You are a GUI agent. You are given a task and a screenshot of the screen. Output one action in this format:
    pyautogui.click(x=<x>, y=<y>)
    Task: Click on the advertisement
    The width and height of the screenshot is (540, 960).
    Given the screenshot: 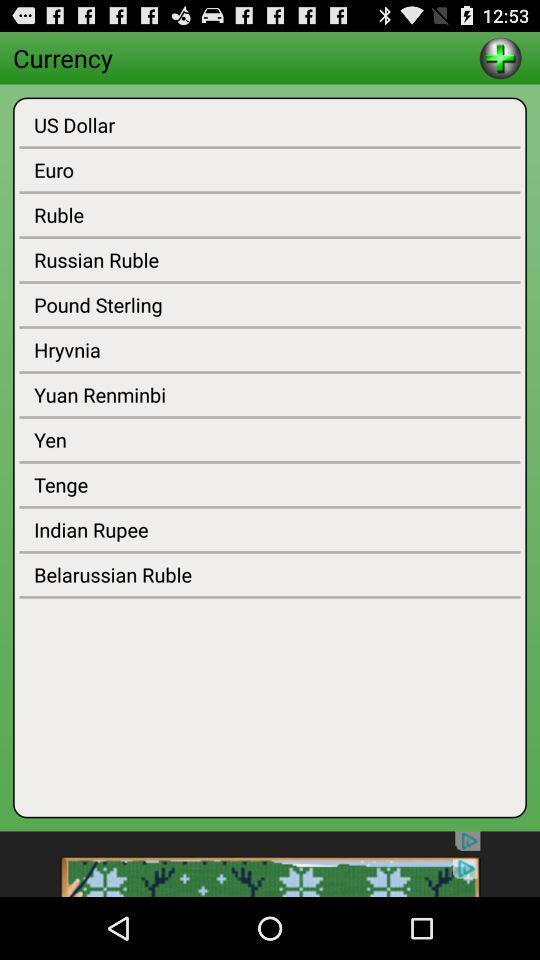 What is the action you would take?
    pyautogui.click(x=270, y=863)
    